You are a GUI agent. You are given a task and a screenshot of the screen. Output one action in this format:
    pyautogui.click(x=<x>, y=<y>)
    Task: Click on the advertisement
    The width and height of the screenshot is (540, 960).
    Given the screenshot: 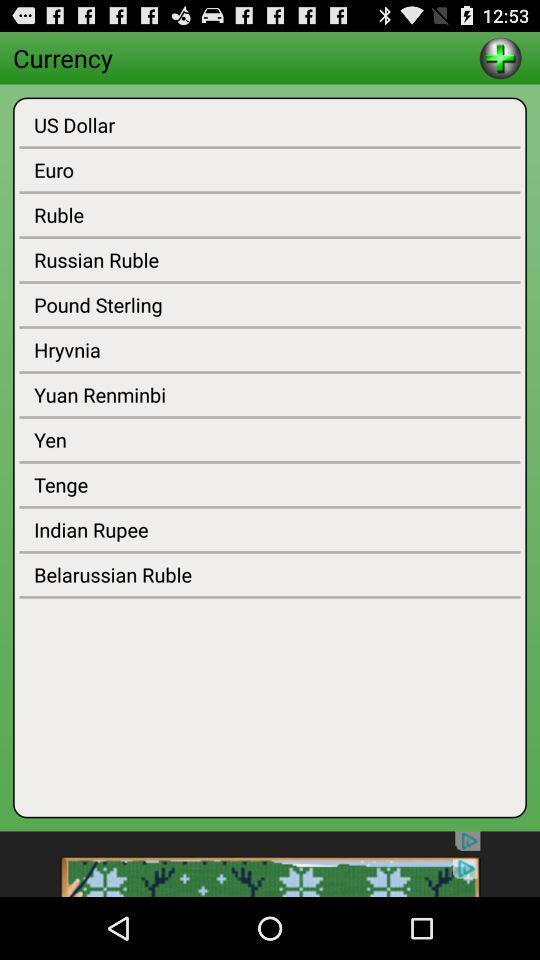 What is the action you would take?
    pyautogui.click(x=270, y=863)
    